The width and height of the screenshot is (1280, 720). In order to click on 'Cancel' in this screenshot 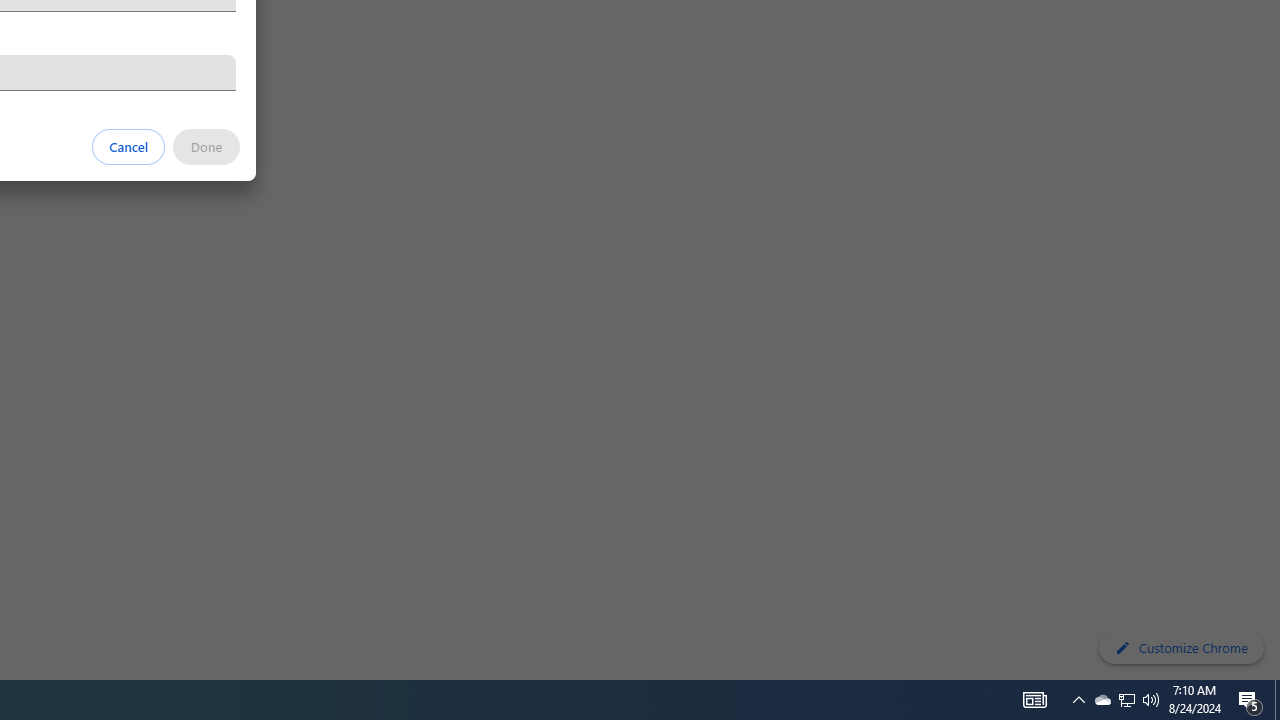, I will do `click(128, 145)`.